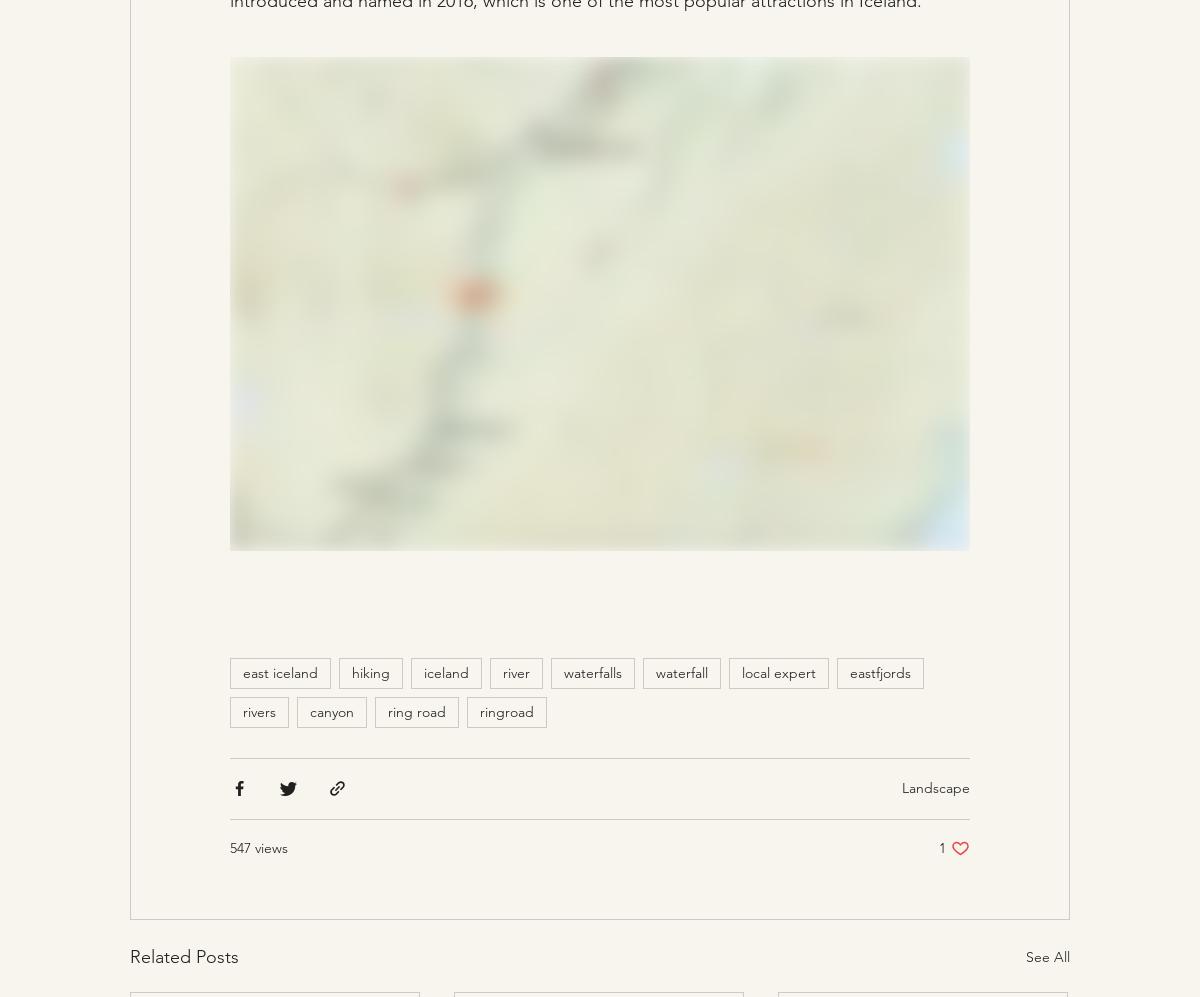  Describe the element at coordinates (1047, 955) in the screenshot. I see `'See All'` at that location.